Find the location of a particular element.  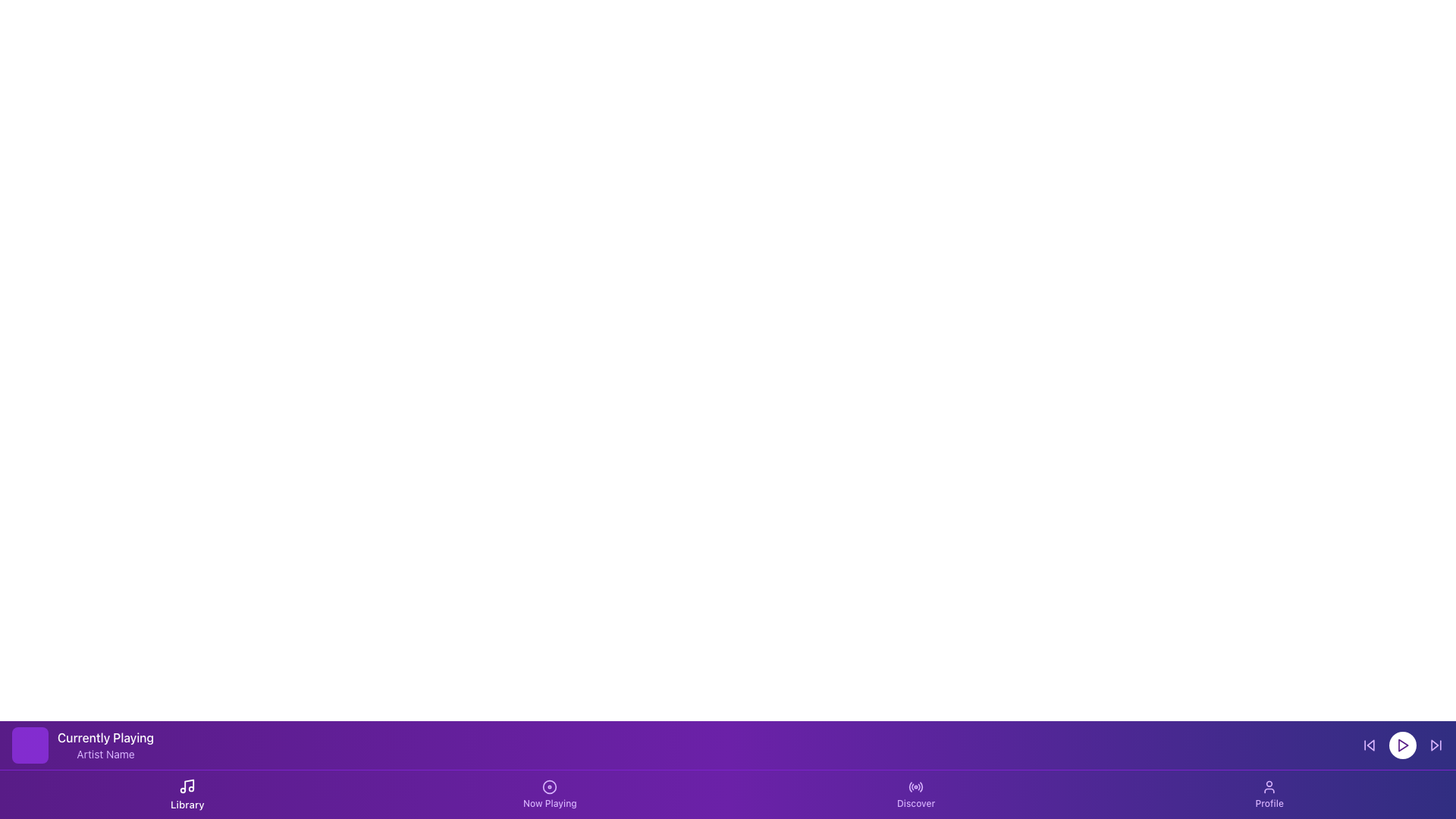

the 'Profile' button, which features a user profile icon and purple text that turns white on hover, located in the bottom-right corner of the interface is located at coordinates (1269, 794).